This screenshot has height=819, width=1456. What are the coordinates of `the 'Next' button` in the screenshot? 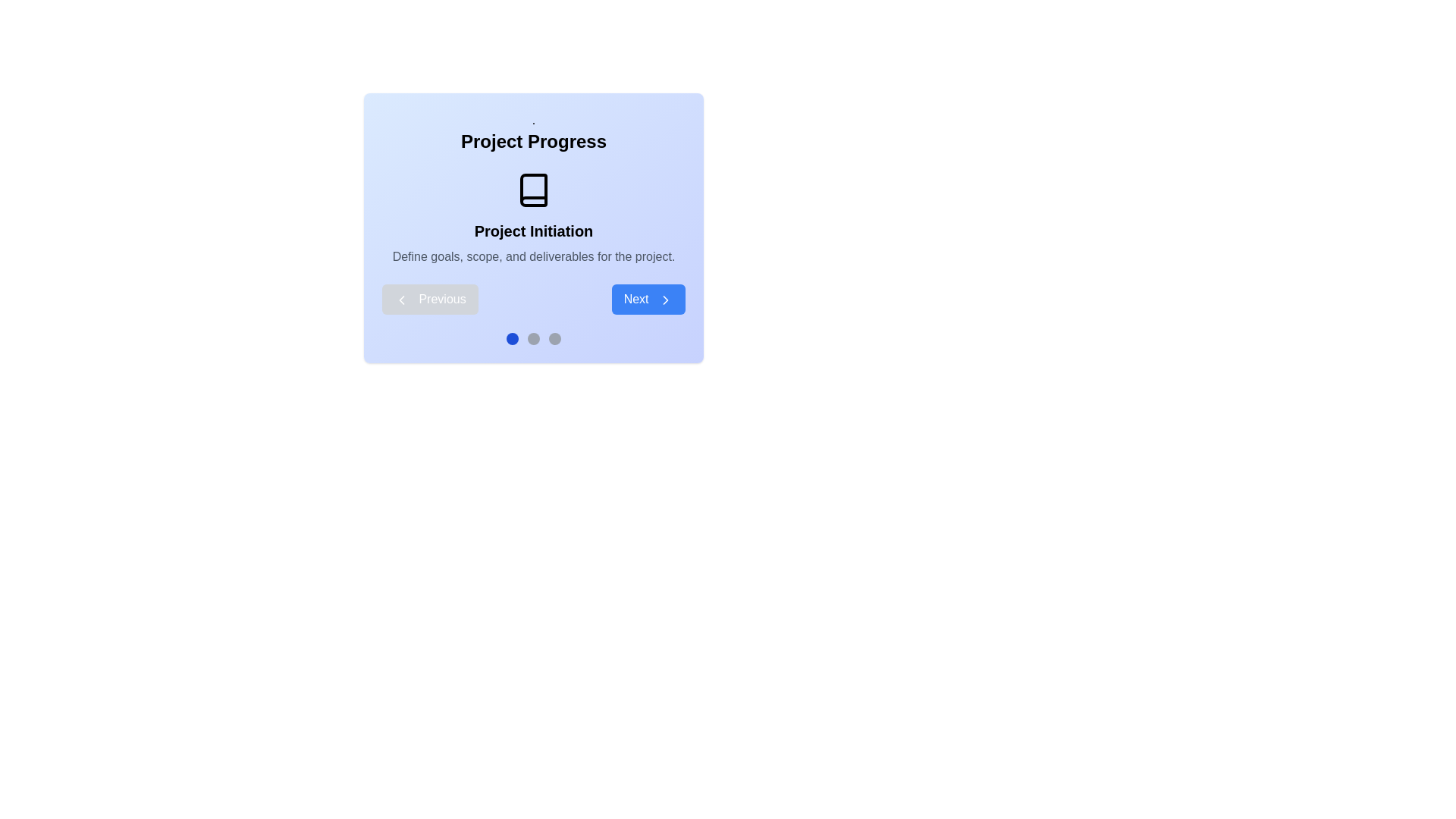 It's located at (648, 299).